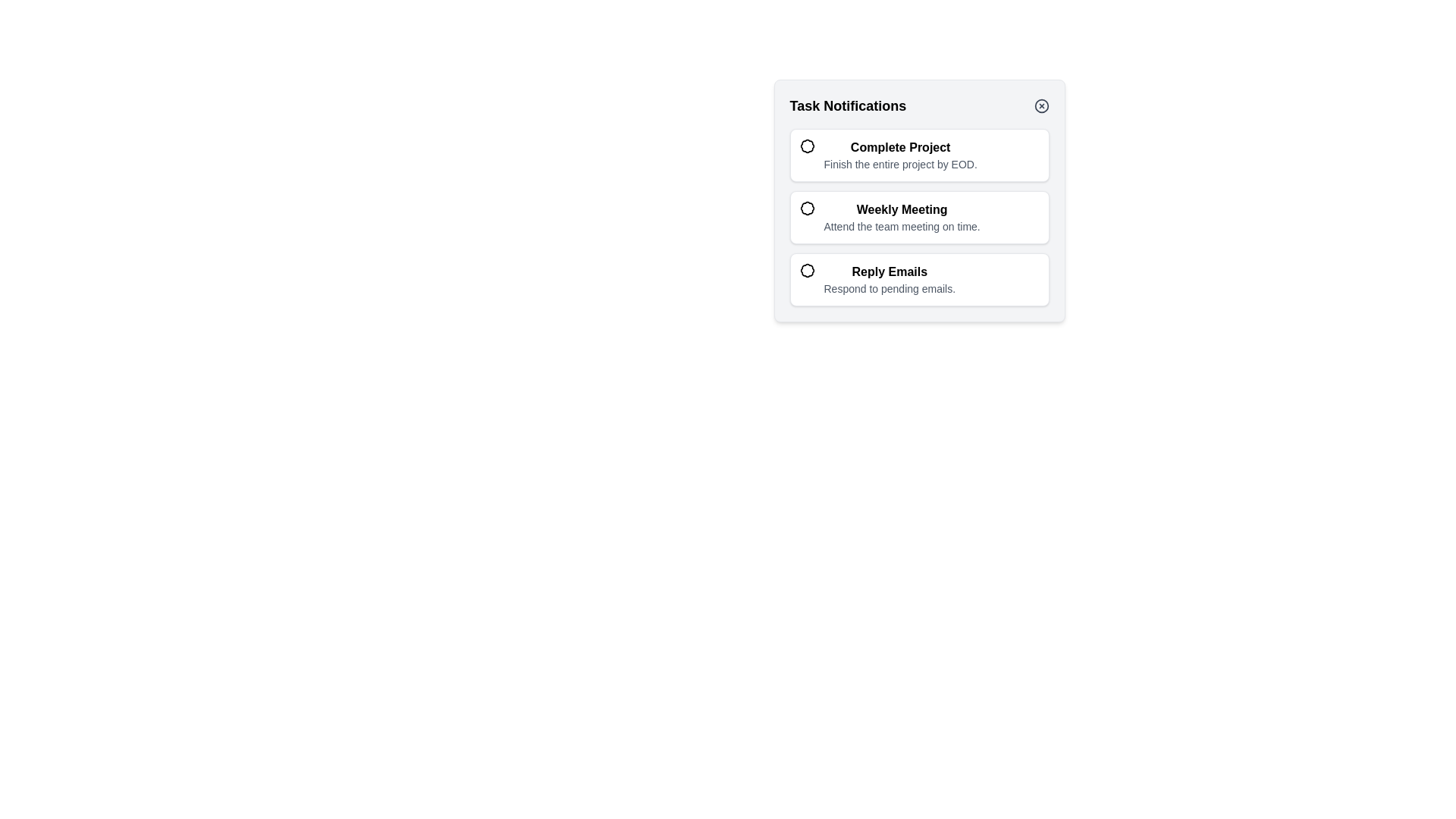  I want to click on the 'Weekly Meeting' text label, which is bold and black, located in the second notification card under the 'Task Notifications' header, so click(902, 210).